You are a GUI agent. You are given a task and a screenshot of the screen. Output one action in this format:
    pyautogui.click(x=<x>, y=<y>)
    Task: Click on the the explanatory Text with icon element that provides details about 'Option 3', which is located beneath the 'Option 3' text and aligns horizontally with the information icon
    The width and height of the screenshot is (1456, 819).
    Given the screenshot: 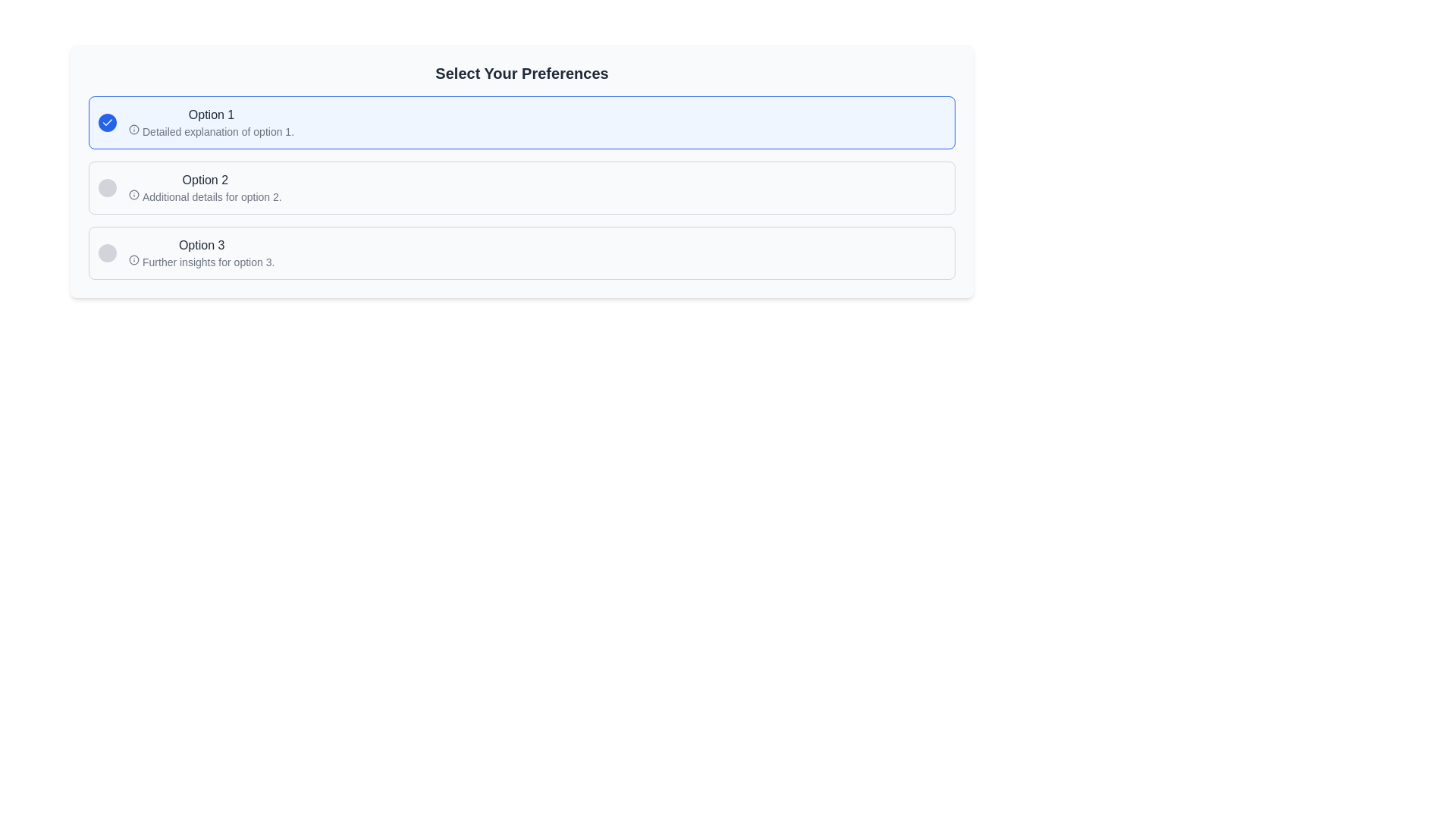 What is the action you would take?
    pyautogui.click(x=201, y=262)
    